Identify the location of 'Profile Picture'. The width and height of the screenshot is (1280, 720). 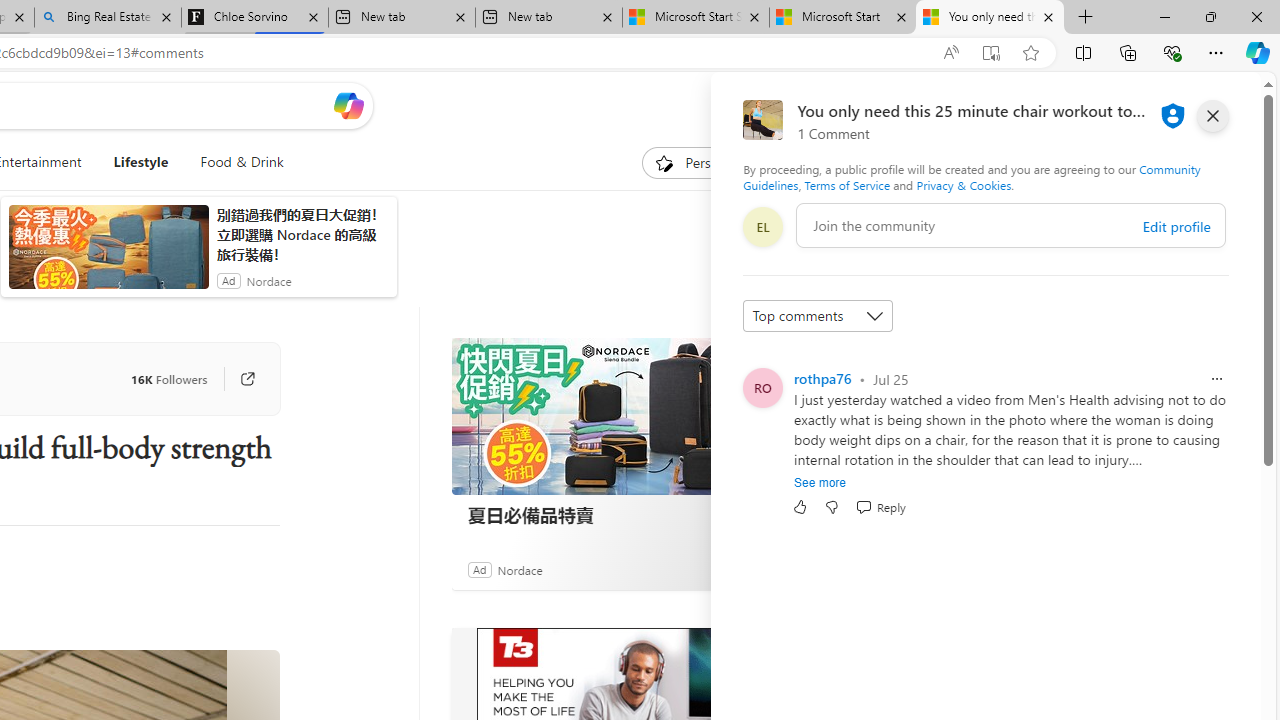
(761, 388).